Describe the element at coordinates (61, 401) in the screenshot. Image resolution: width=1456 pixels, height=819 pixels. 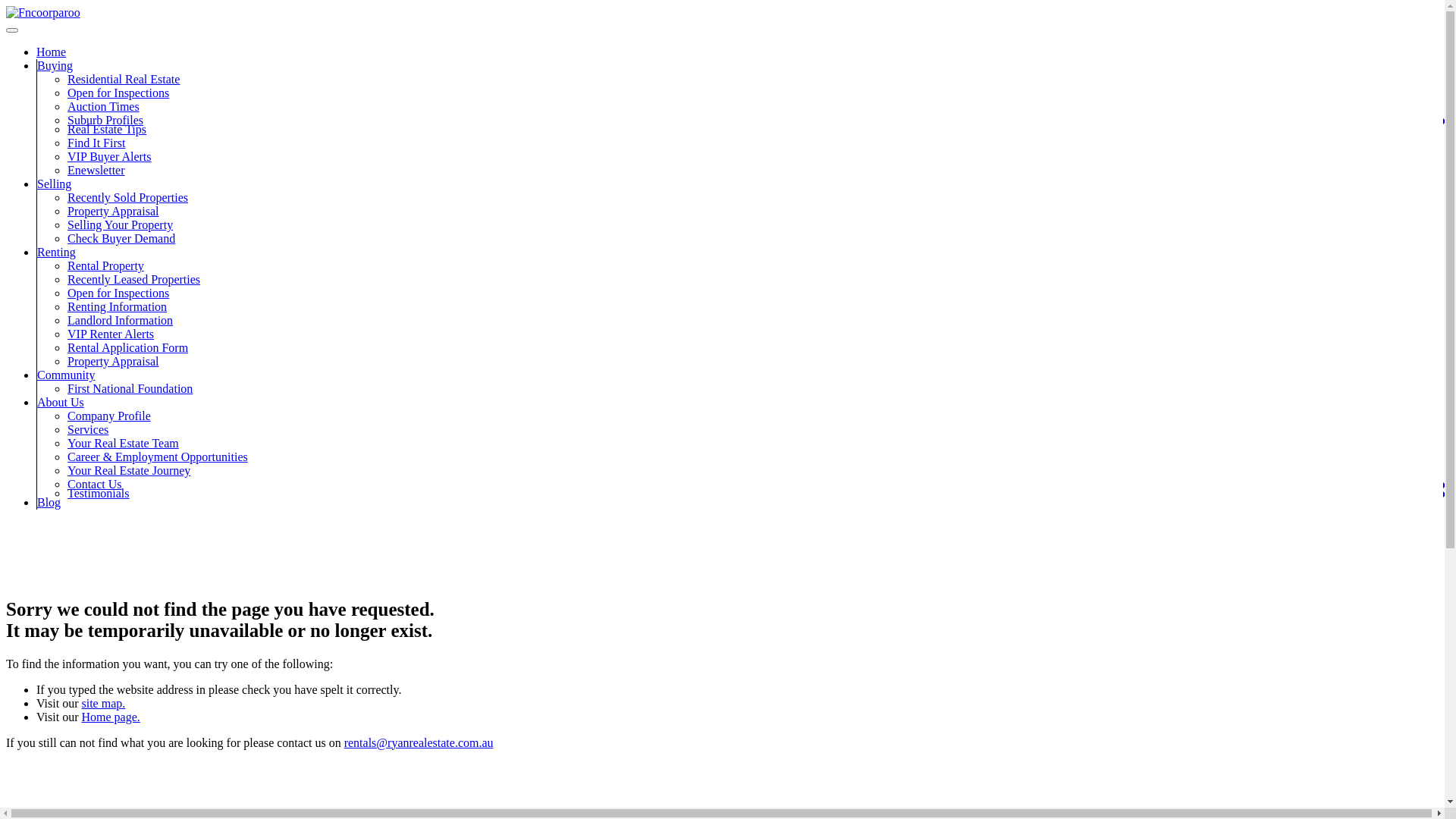
I see `'About Us'` at that location.